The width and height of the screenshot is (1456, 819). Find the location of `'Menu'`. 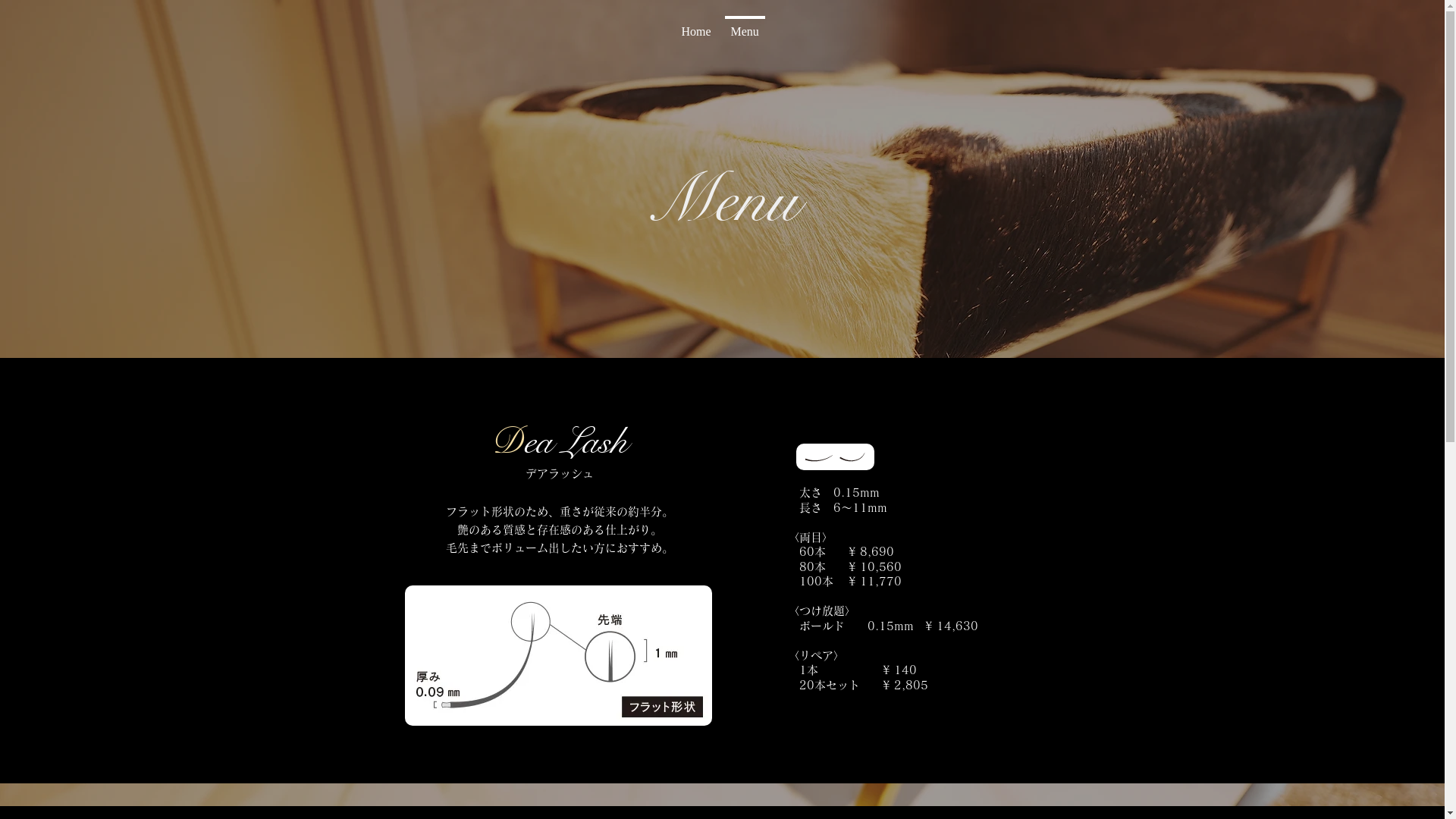

'Menu' is located at coordinates (744, 25).